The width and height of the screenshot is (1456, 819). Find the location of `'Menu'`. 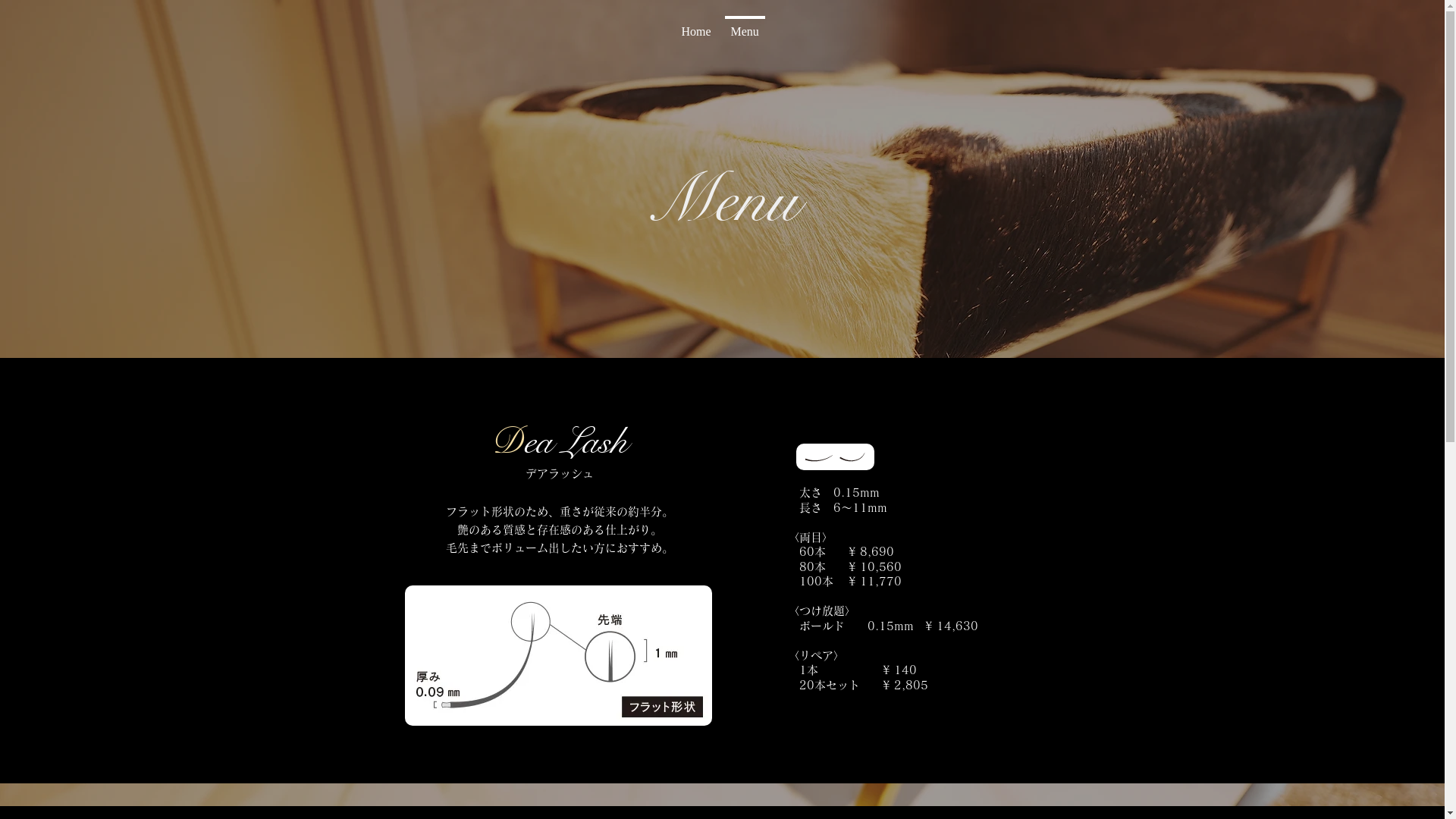

'Menu' is located at coordinates (744, 25).